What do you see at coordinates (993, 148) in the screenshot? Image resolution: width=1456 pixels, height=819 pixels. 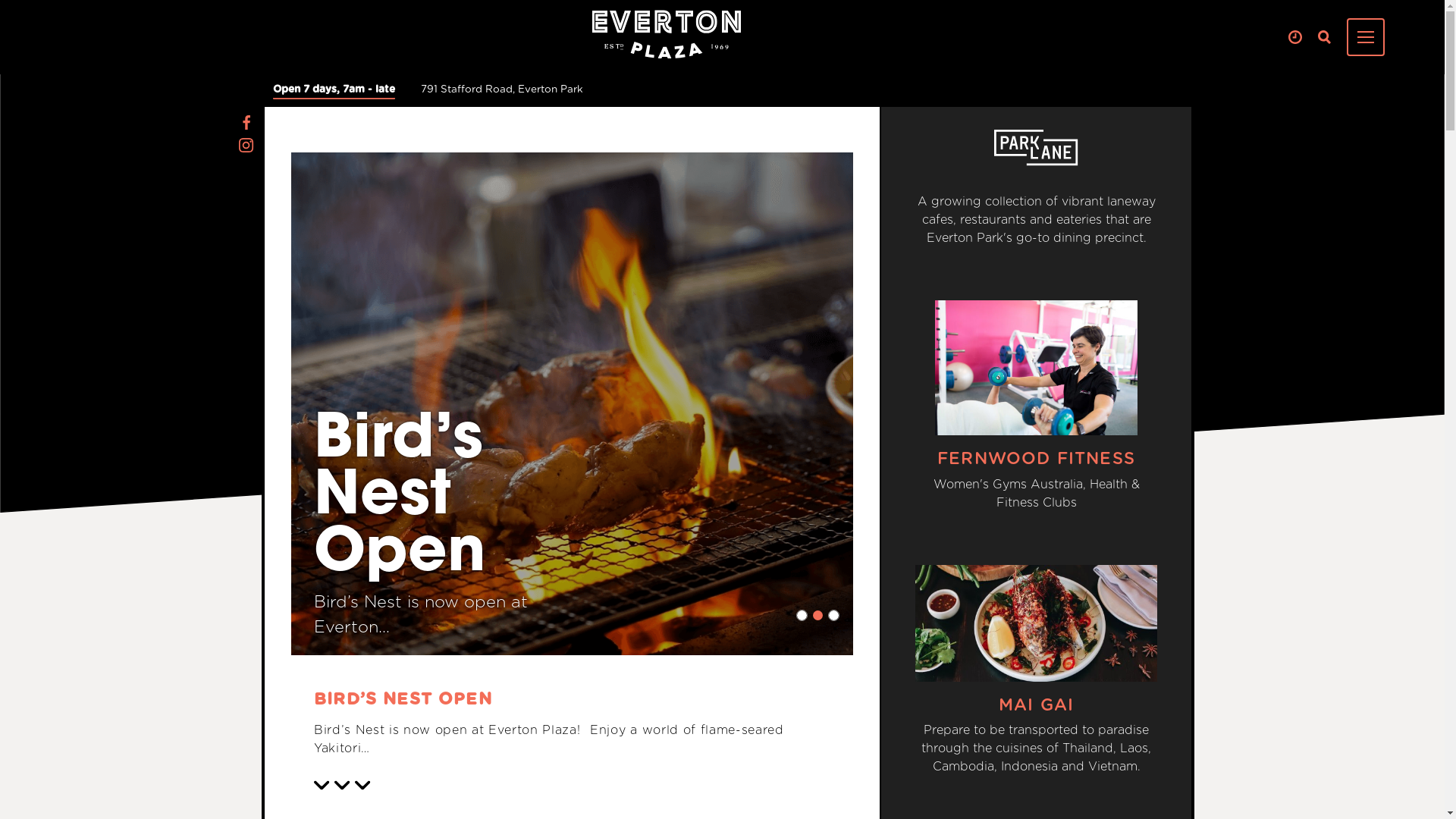 I see `'Some of the stores in Park Lane'` at bounding box center [993, 148].